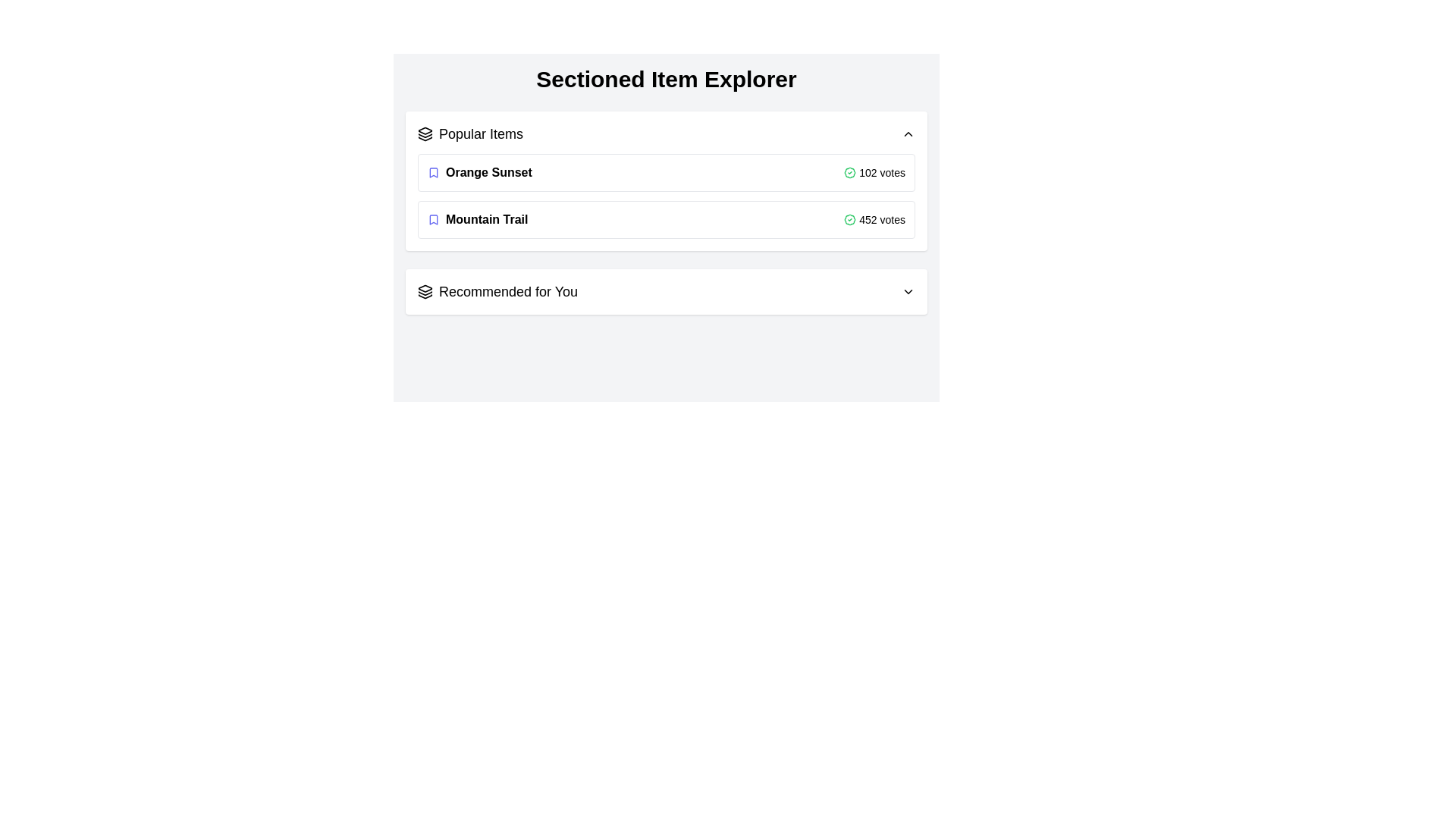 The height and width of the screenshot is (819, 1456). I want to click on the first item in the 'Popular Items' list, so click(666, 171).